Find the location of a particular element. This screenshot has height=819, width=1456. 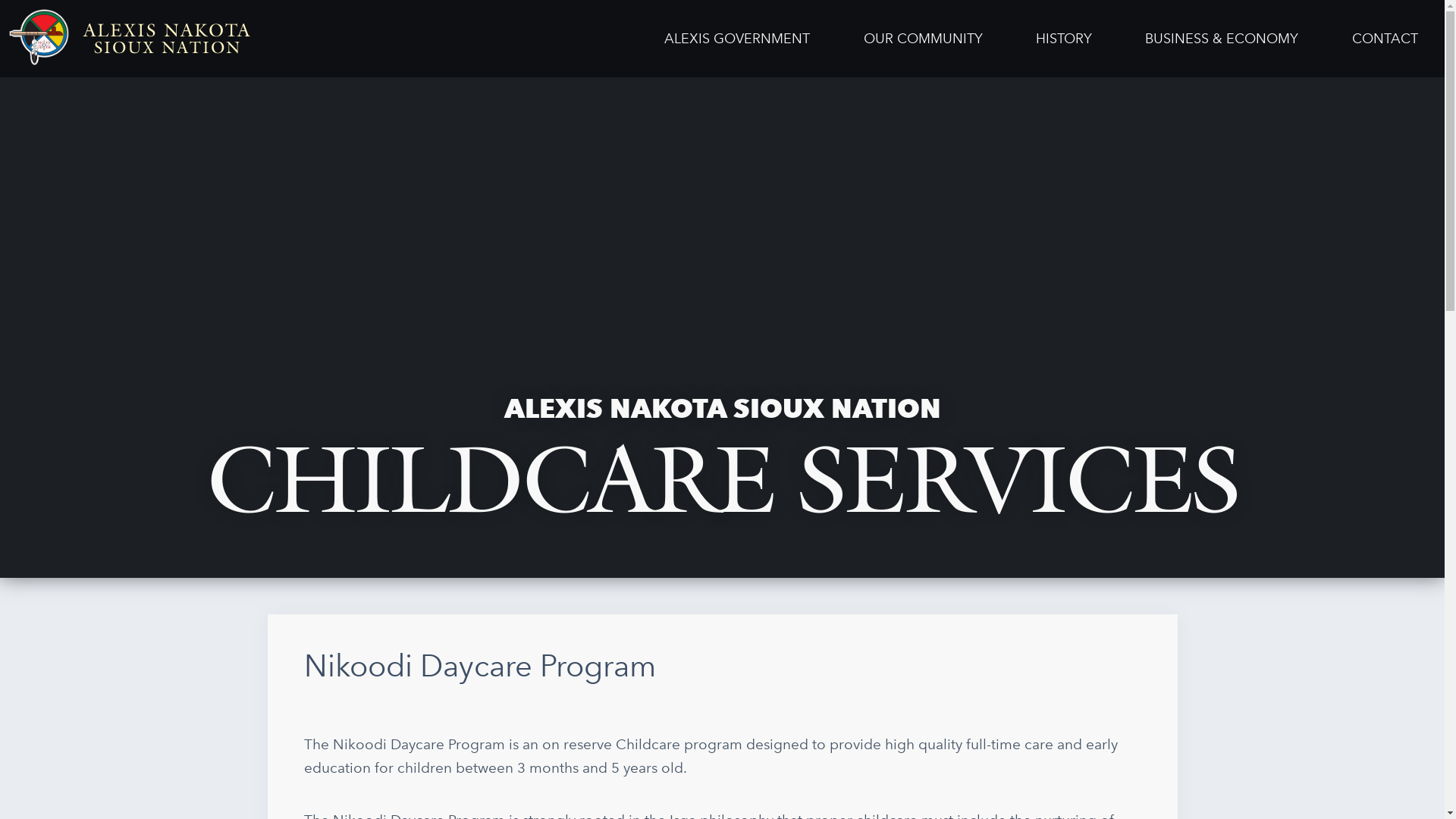

'HISTORY' is located at coordinates (1062, 37).